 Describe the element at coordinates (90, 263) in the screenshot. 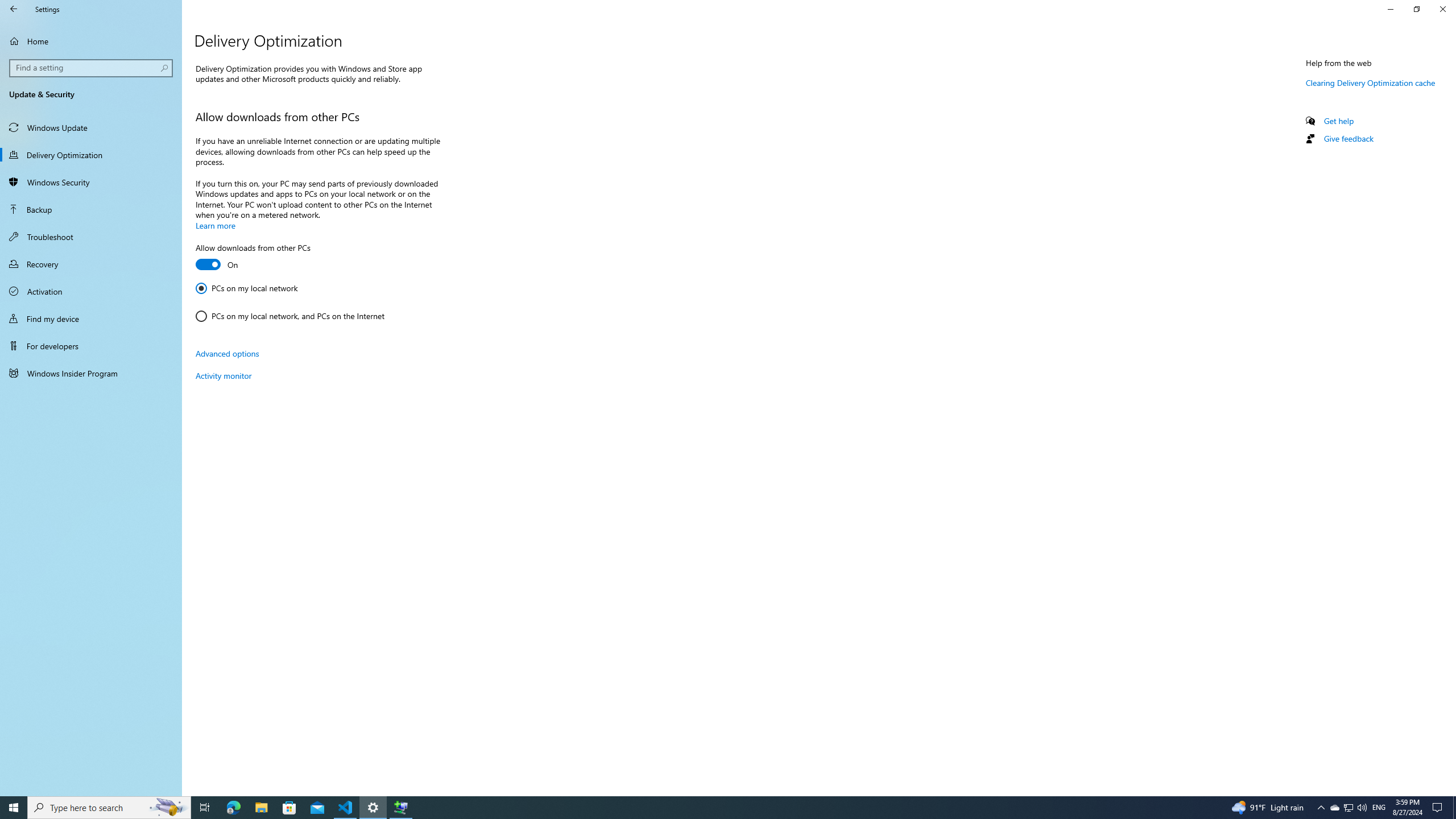

I see `'Recovery'` at that location.